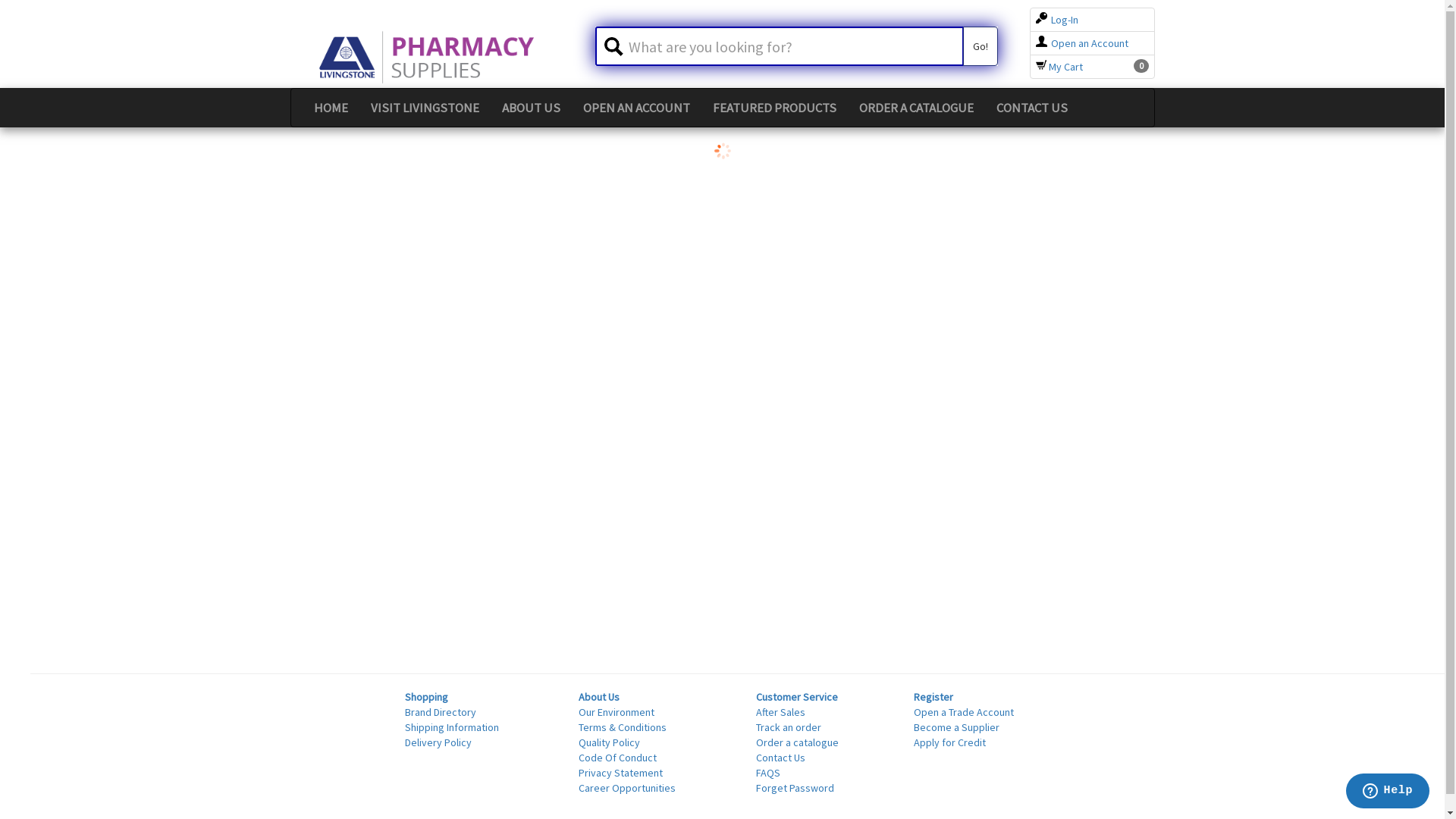 Image resolution: width=1456 pixels, height=819 pixels. What do you see at coordinates (1056, 20) in the screenshot?
I see `'Log-In'` at bounding box center [1056, 20].